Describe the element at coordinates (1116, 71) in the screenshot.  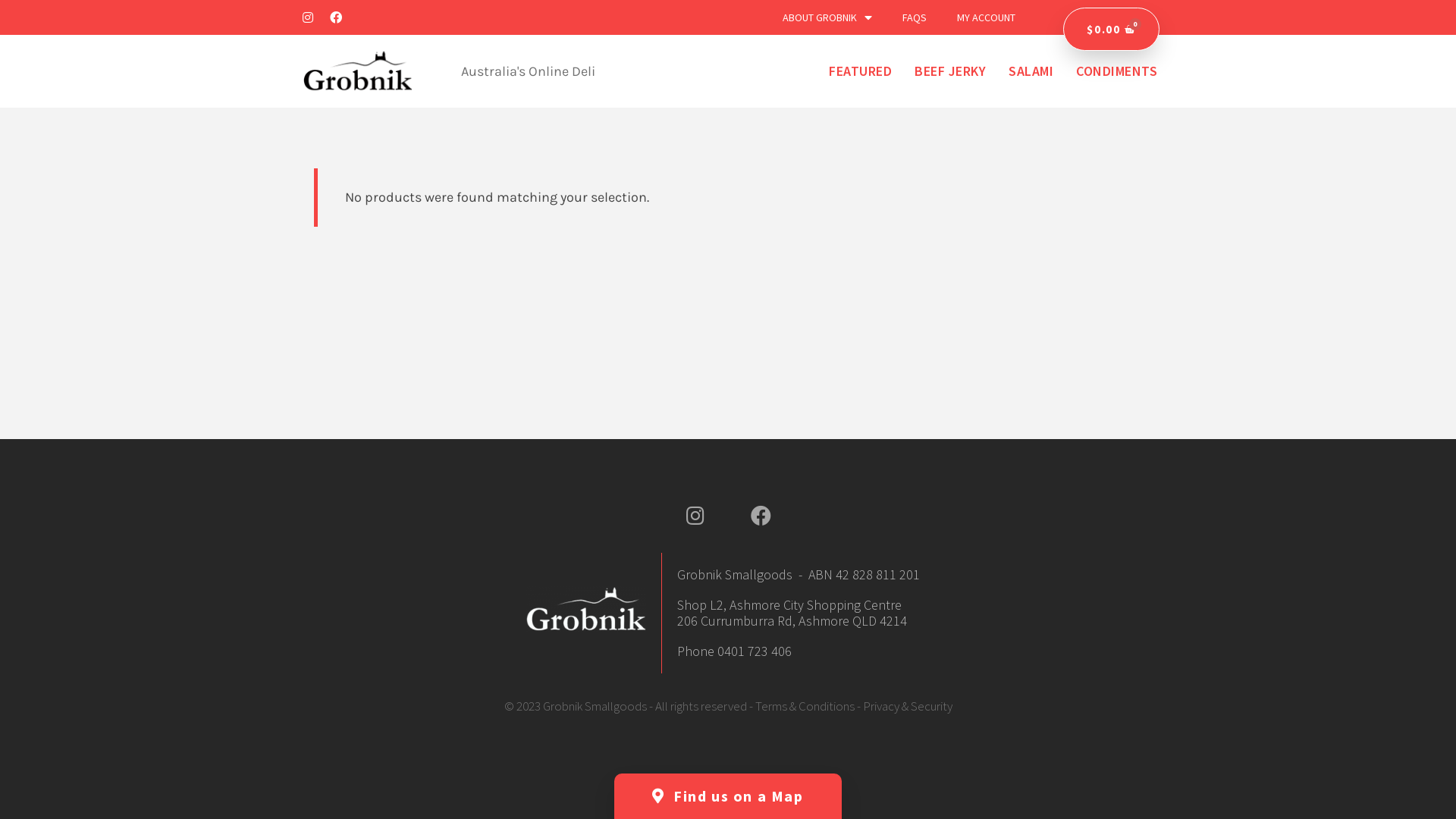
I see `'CONDIMENTS'` at that location.